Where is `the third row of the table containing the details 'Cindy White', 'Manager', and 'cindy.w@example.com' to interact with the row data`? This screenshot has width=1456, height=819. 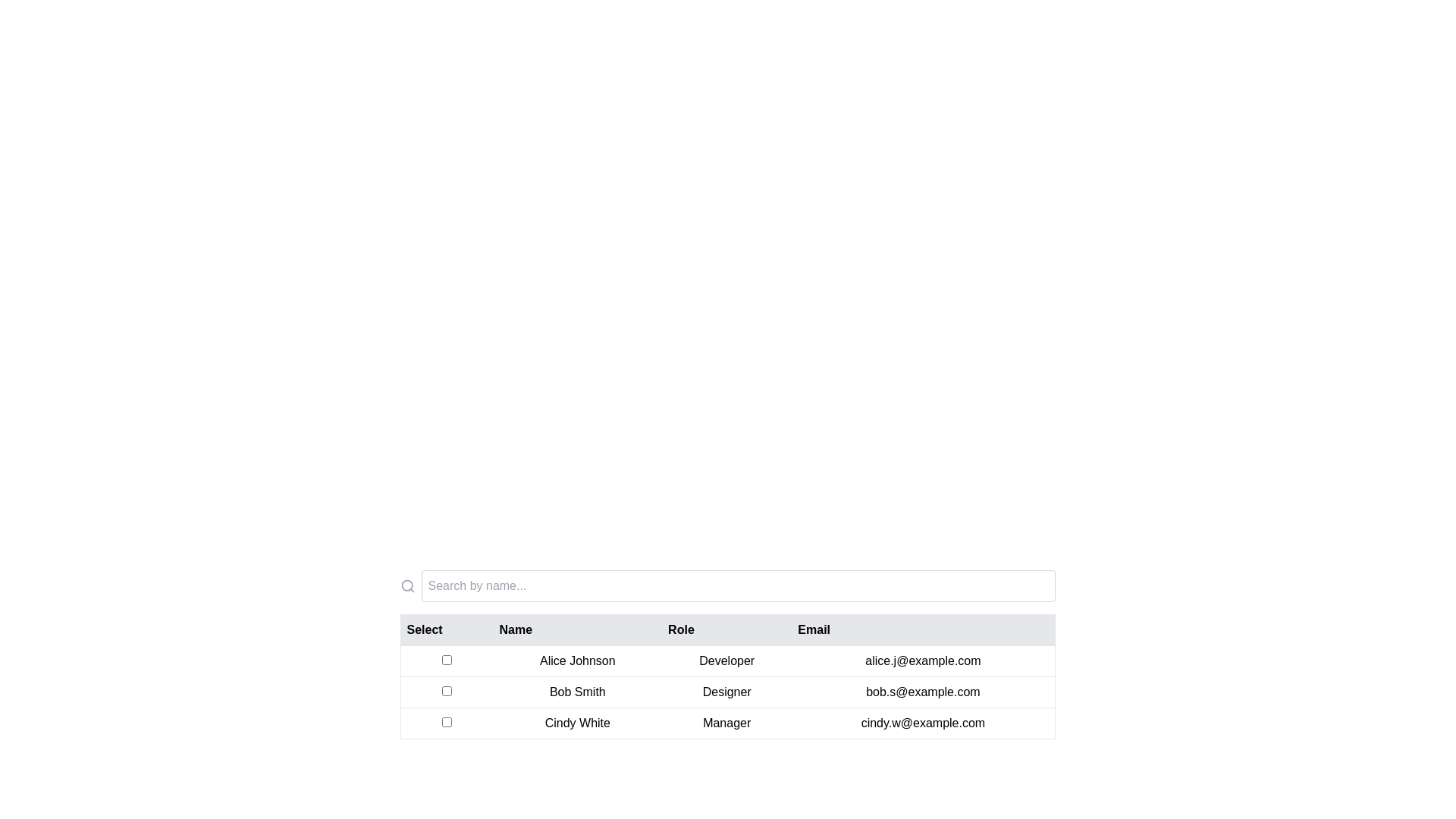
the third row of the table containing the details 'Cindy White', 'Manager', and 'cindy.w@example.com' to interact with the row data is located at coordinates (726, 722).